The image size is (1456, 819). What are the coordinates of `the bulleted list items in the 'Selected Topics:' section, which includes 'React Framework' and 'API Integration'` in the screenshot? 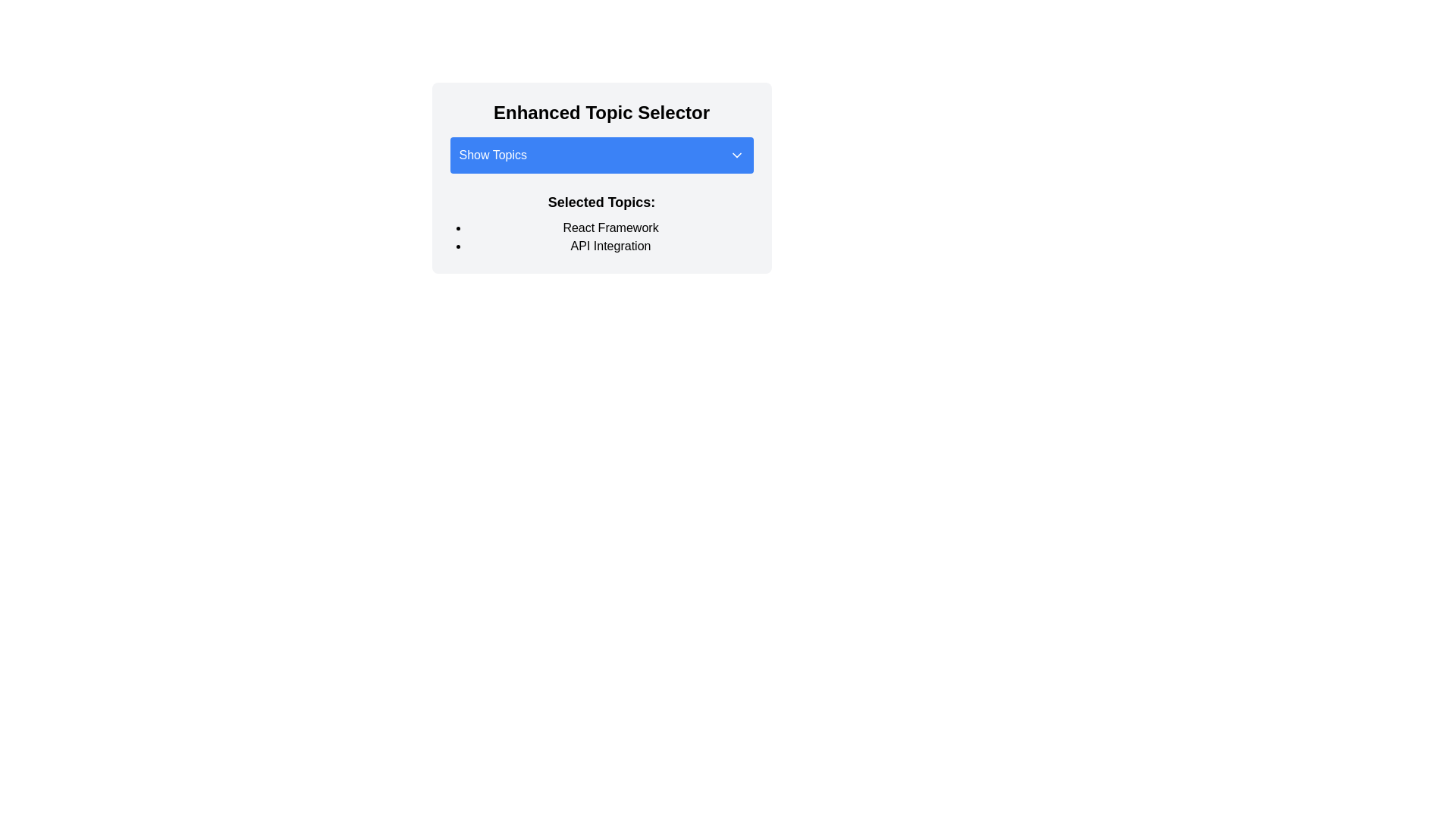 It's located at (601, 237).